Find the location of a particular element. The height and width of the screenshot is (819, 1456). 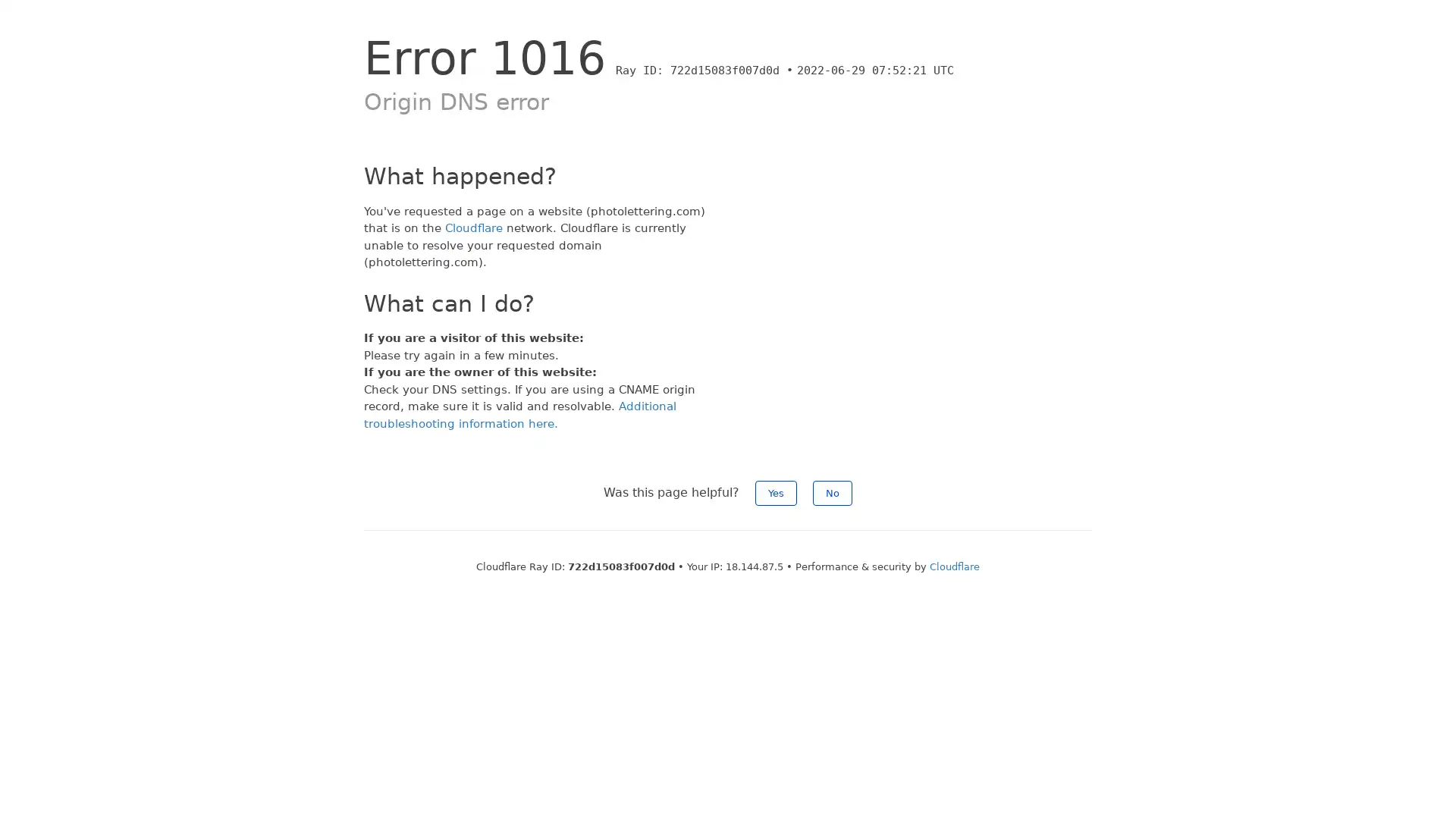

No is located at coordinates (832, 493).